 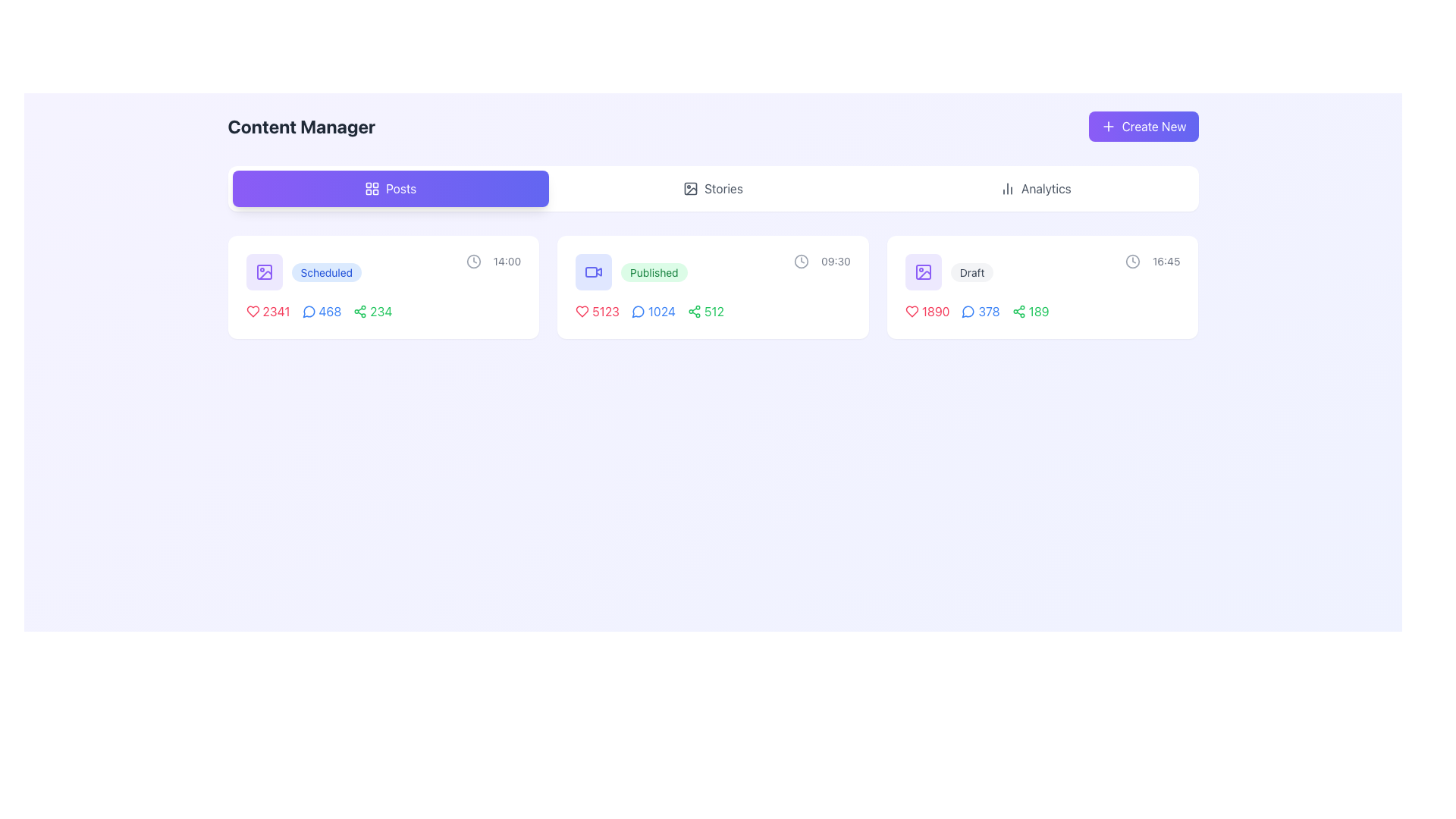 What do you see at coordinates (321, 311) in the screenshot?
I see `displayed information from the composite UI element showing the number '468' next to a speech bubble icon, located in the center area of the card under the 'Posts' section` at bounding box center [321, 311].